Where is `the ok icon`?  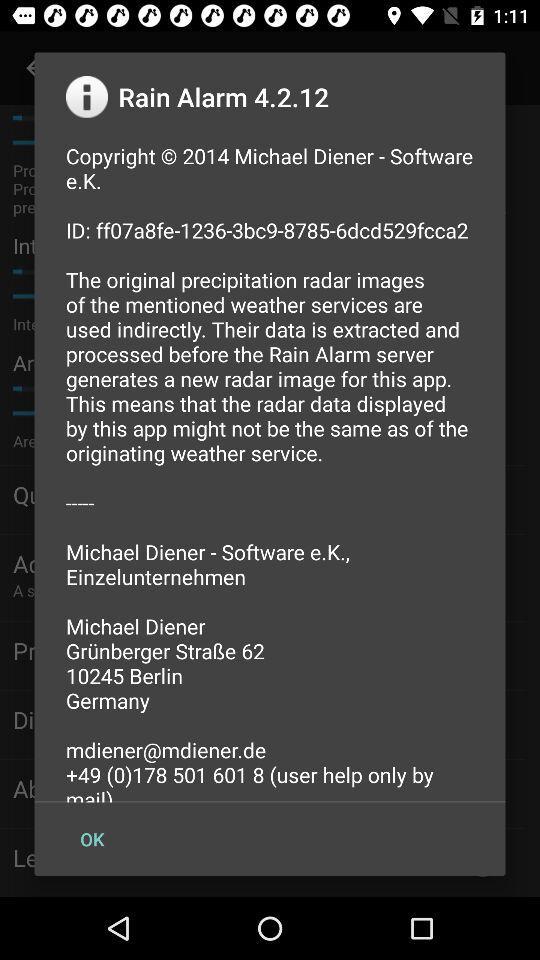 the ok icon is located at coordinates (91, 839).